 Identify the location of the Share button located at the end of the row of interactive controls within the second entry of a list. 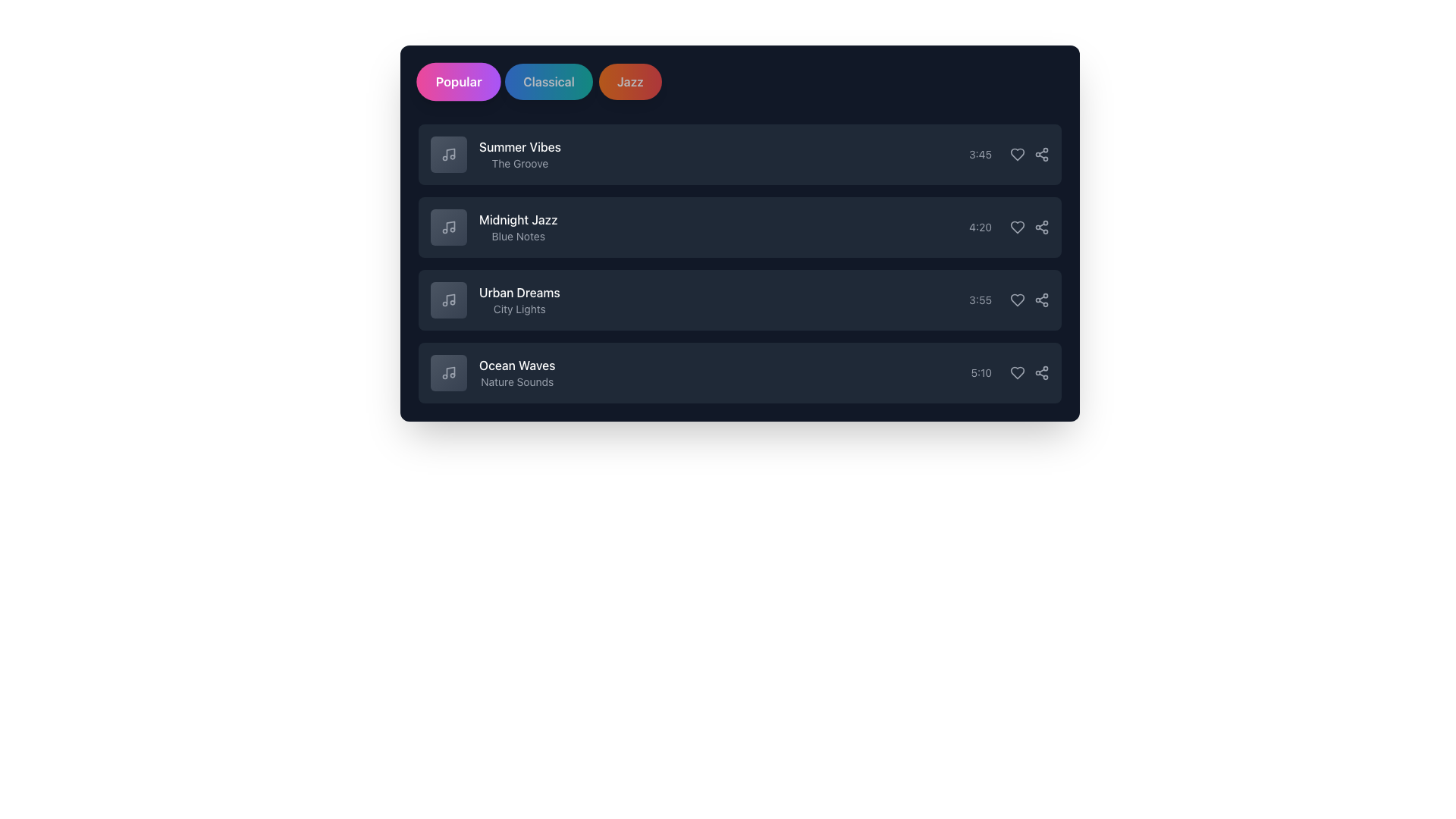
(1040, 227).